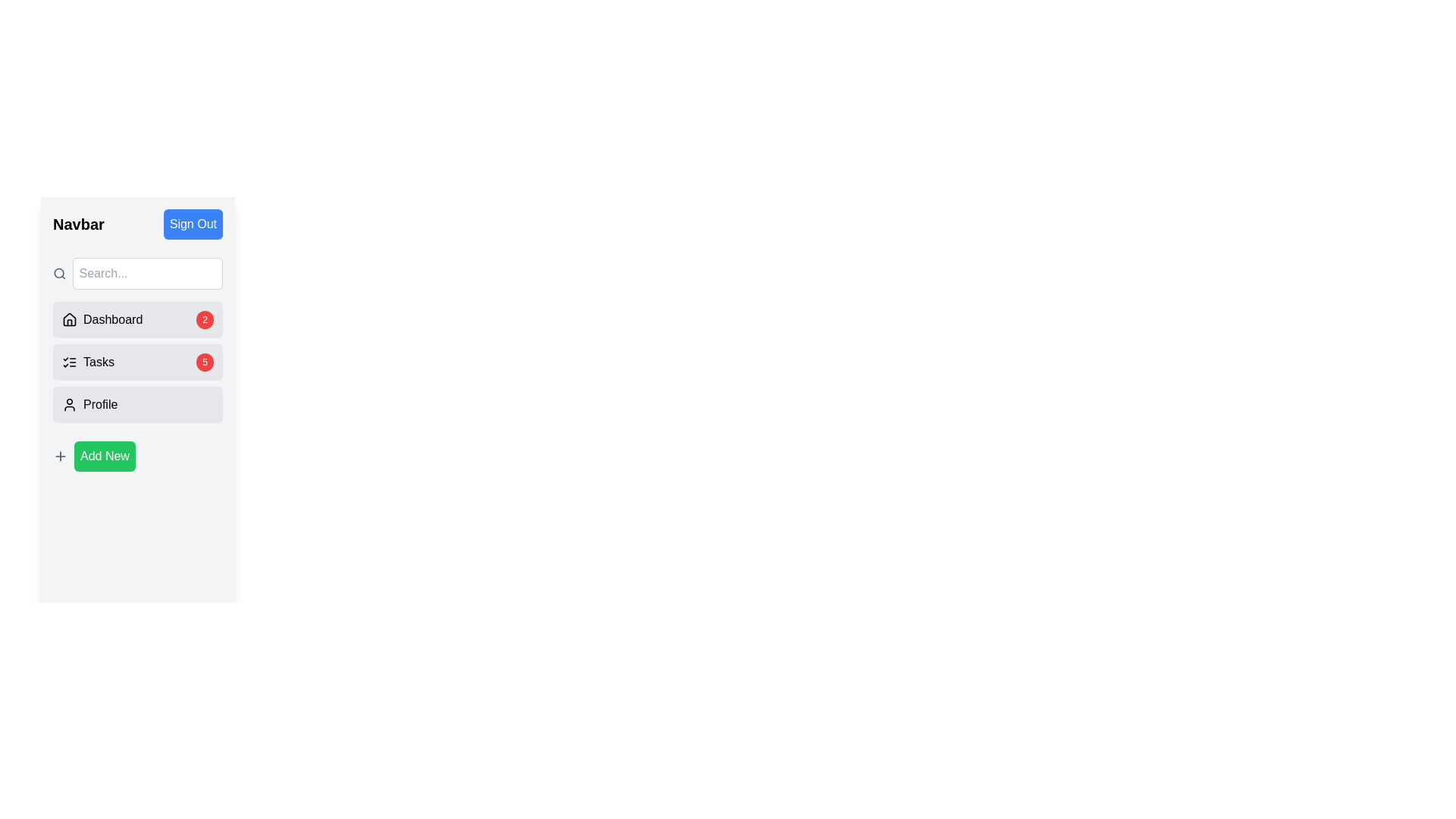 The height and width of the screenshot is (819, 1456). Describe the element at coordinates (112, 318) in the screenshot. I see `text from the 'Dashboard' label, which is a static text element positioned in the first item of the navigation menu on the left side of the interface, next to a house-shaped icon` at that location.